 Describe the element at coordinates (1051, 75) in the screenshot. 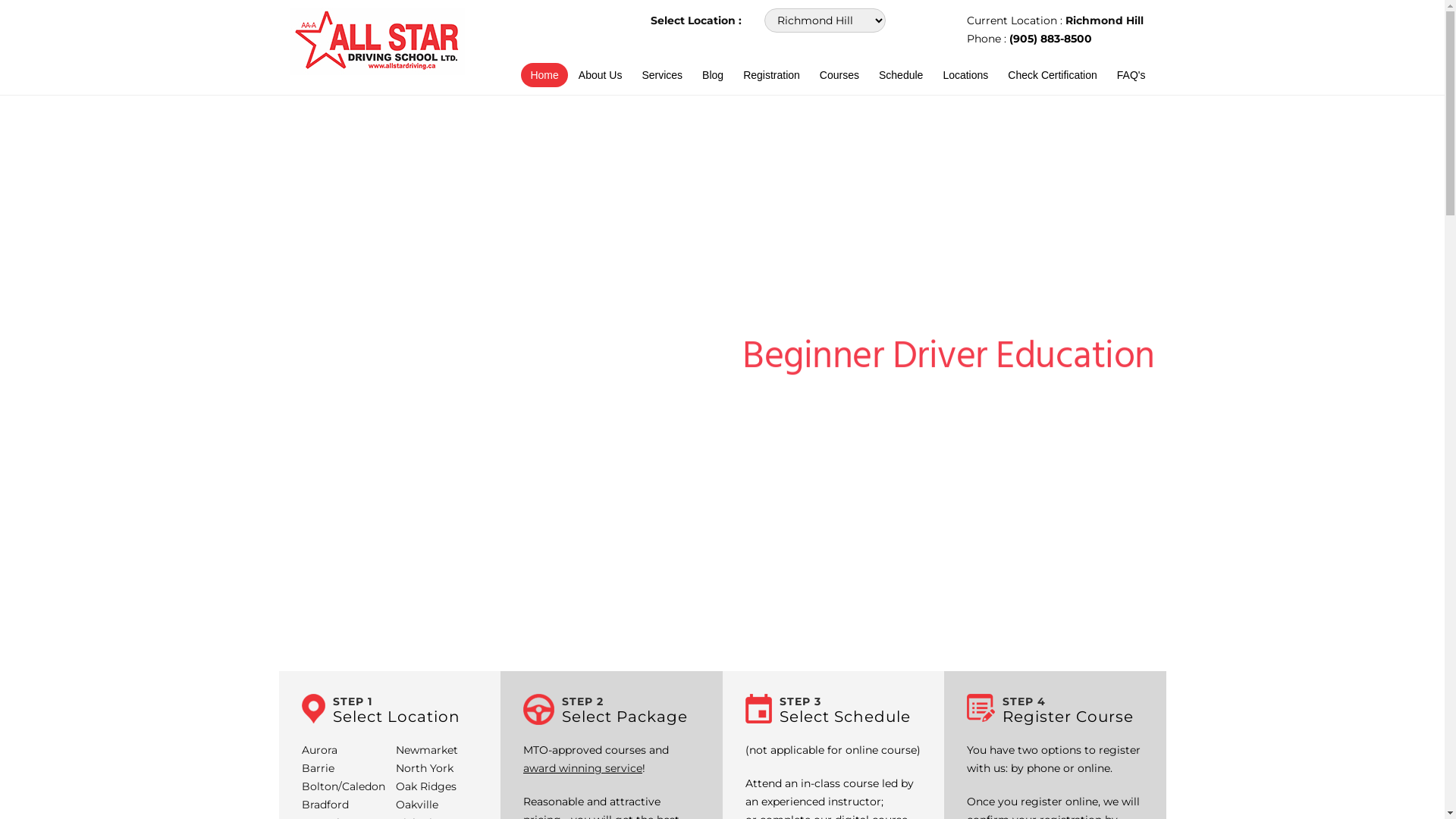

I see `'Check Certification'` at that location.